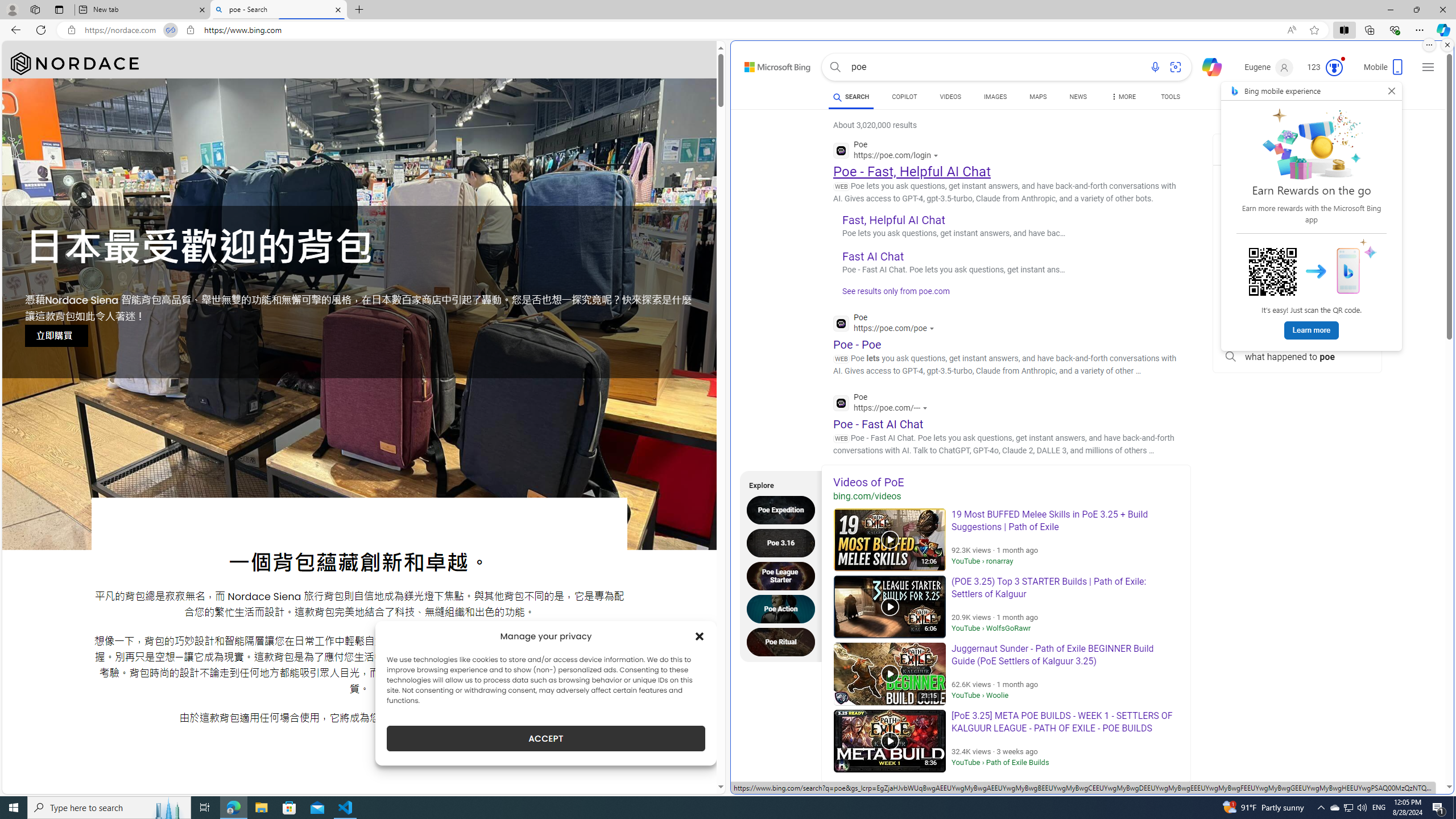 This screenshot has height=819, width=1456. Describe the element at coordinates (1206, 65) in the screenshot. I see `'Chat'` at that location.